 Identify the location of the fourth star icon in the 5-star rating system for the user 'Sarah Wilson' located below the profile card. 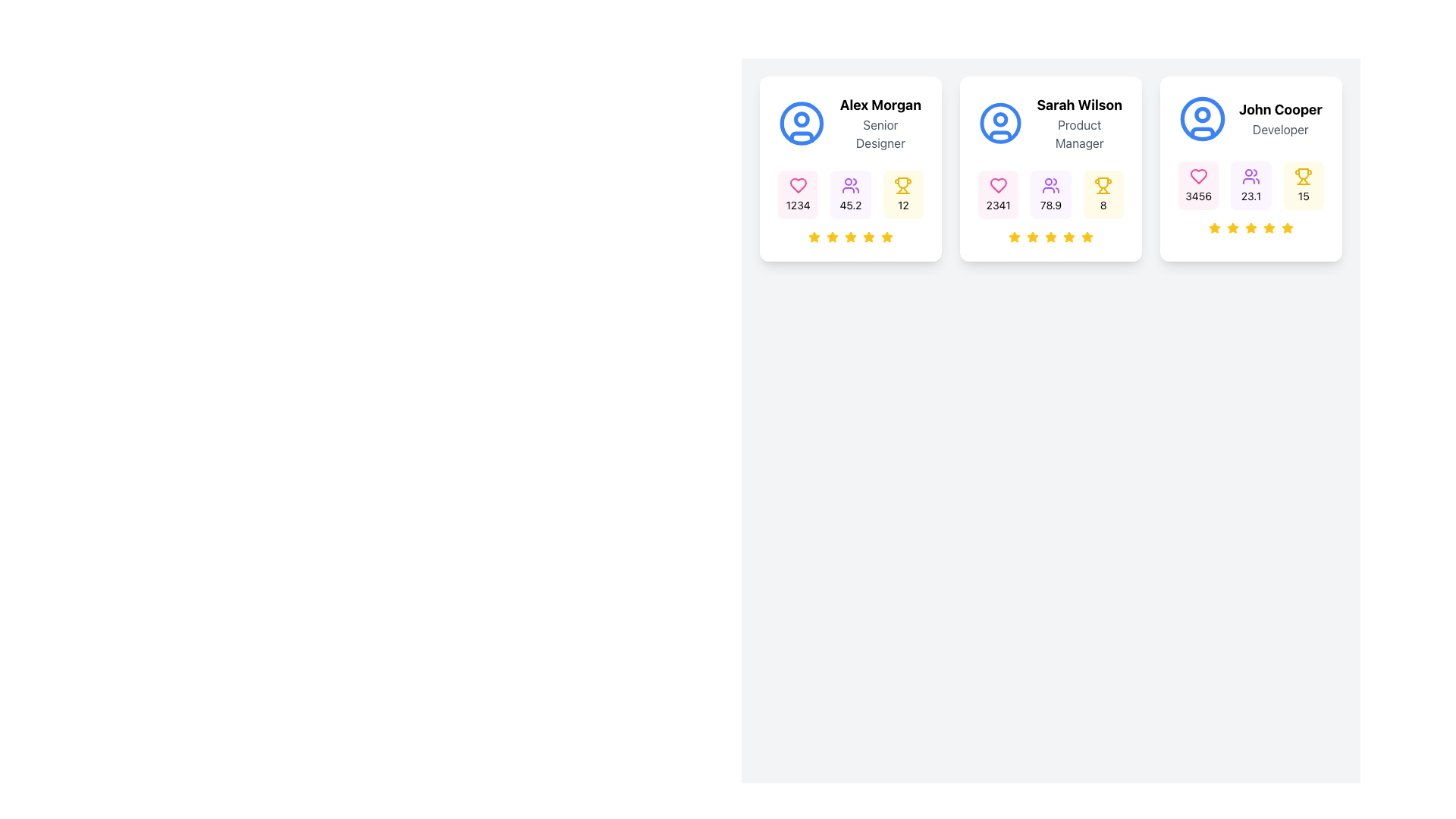
(1050, 237).